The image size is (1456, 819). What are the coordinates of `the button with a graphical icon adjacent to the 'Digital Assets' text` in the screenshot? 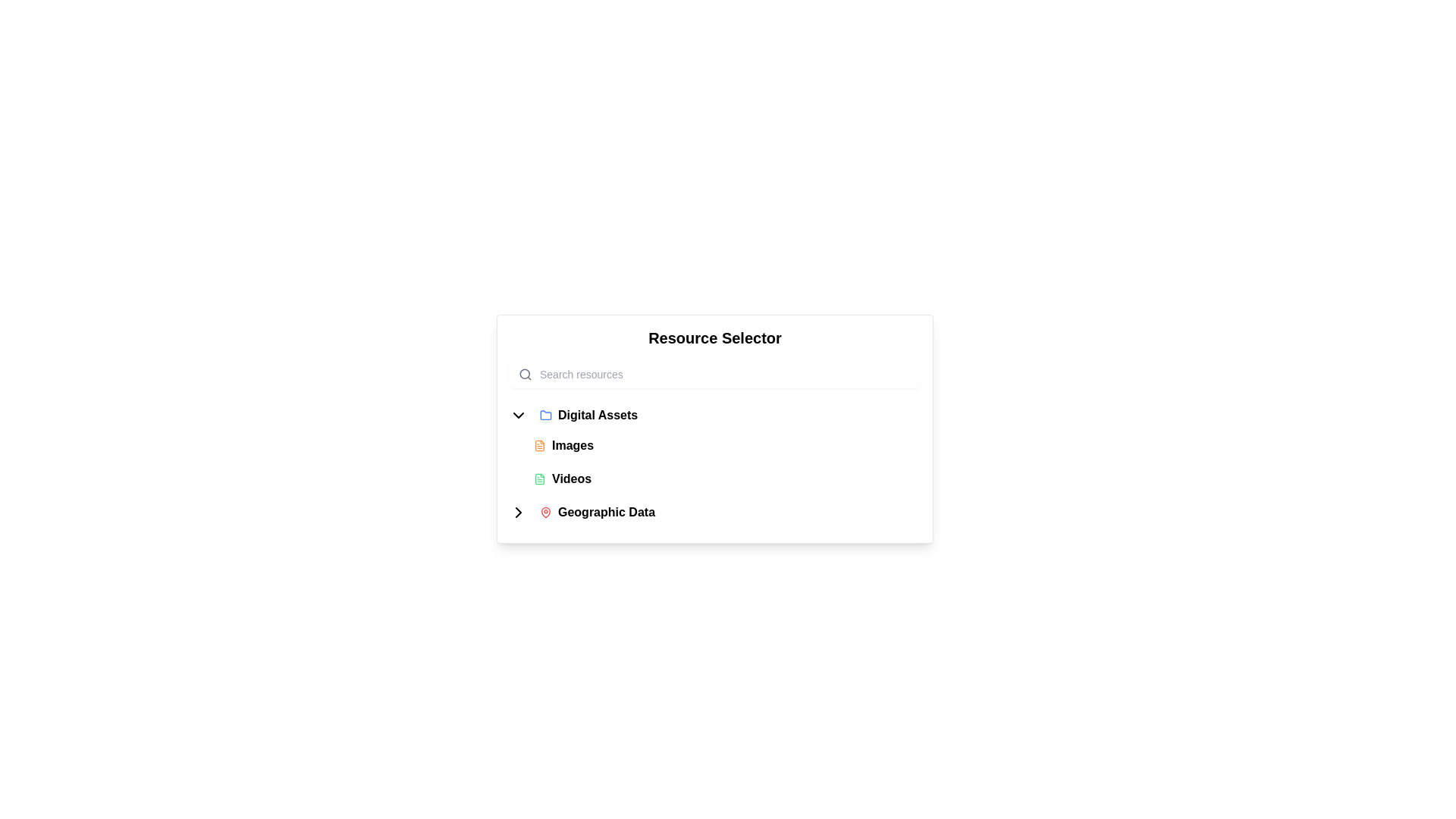 It's located at (519, 415).